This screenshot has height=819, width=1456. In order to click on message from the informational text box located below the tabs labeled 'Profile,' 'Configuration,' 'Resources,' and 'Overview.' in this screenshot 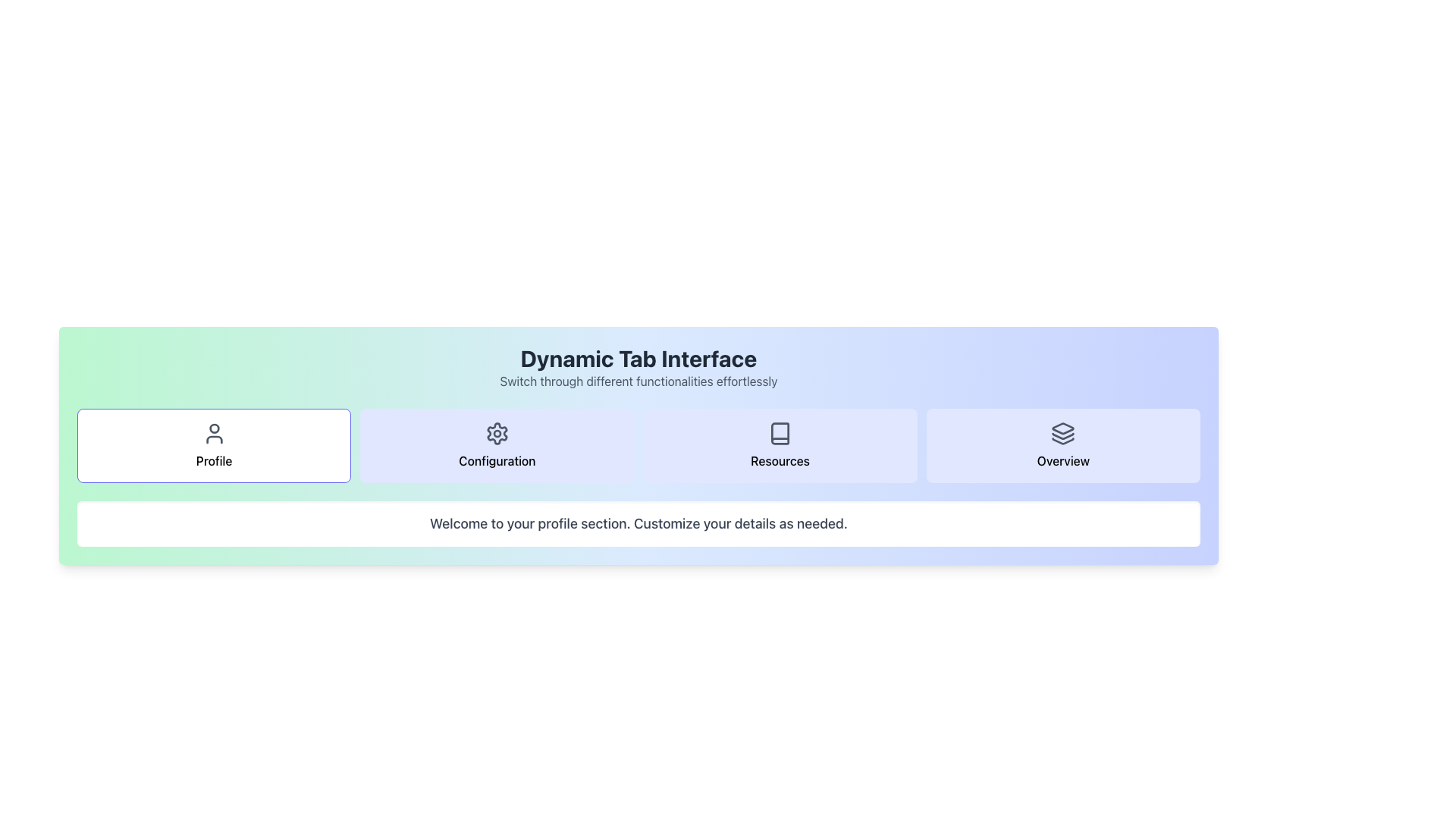, I will do `click(639, 522)`.